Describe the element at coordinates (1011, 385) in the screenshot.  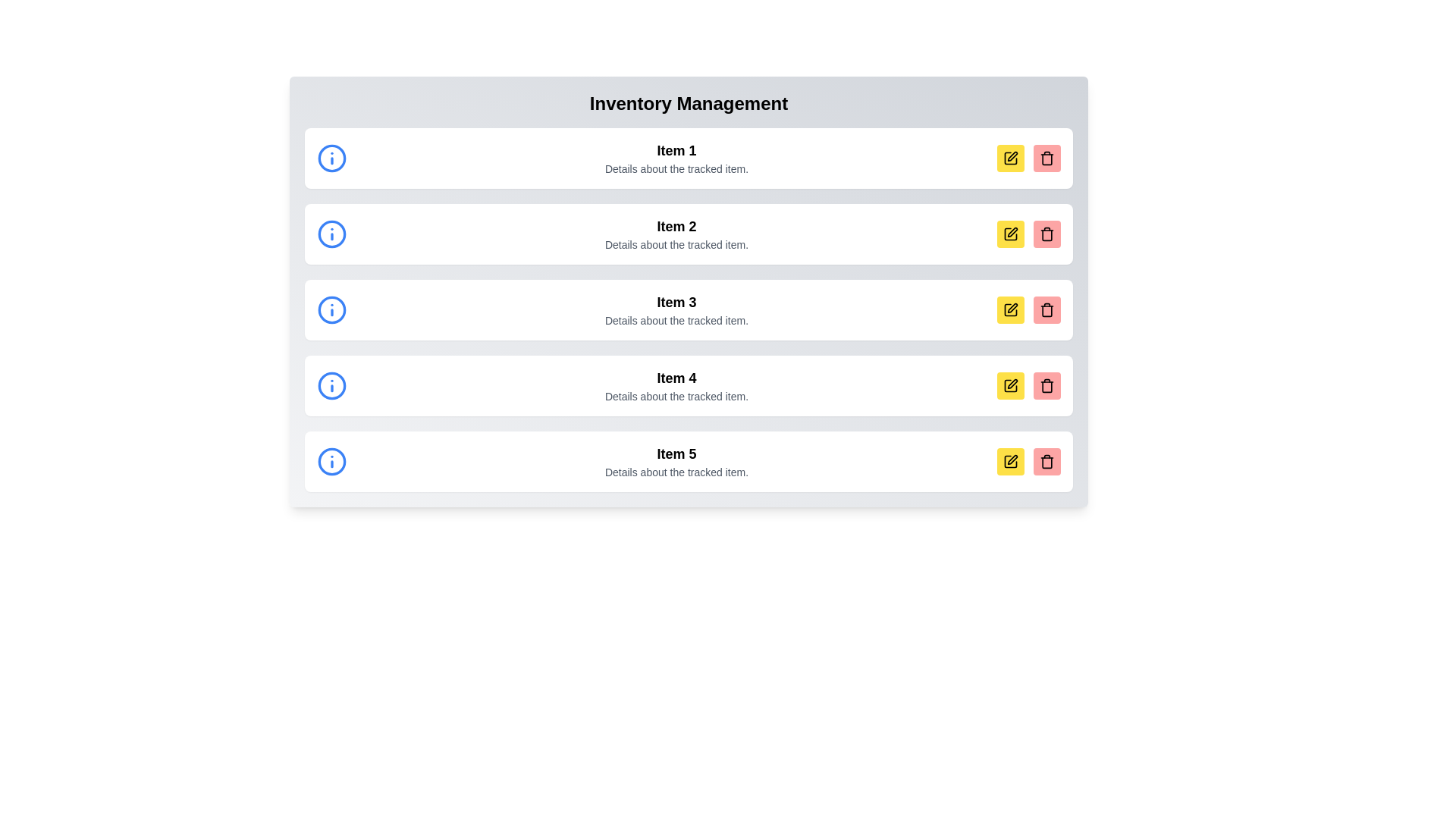
I see `the edit button located in the fourth row of the 'Inventory Management' section` at that location.